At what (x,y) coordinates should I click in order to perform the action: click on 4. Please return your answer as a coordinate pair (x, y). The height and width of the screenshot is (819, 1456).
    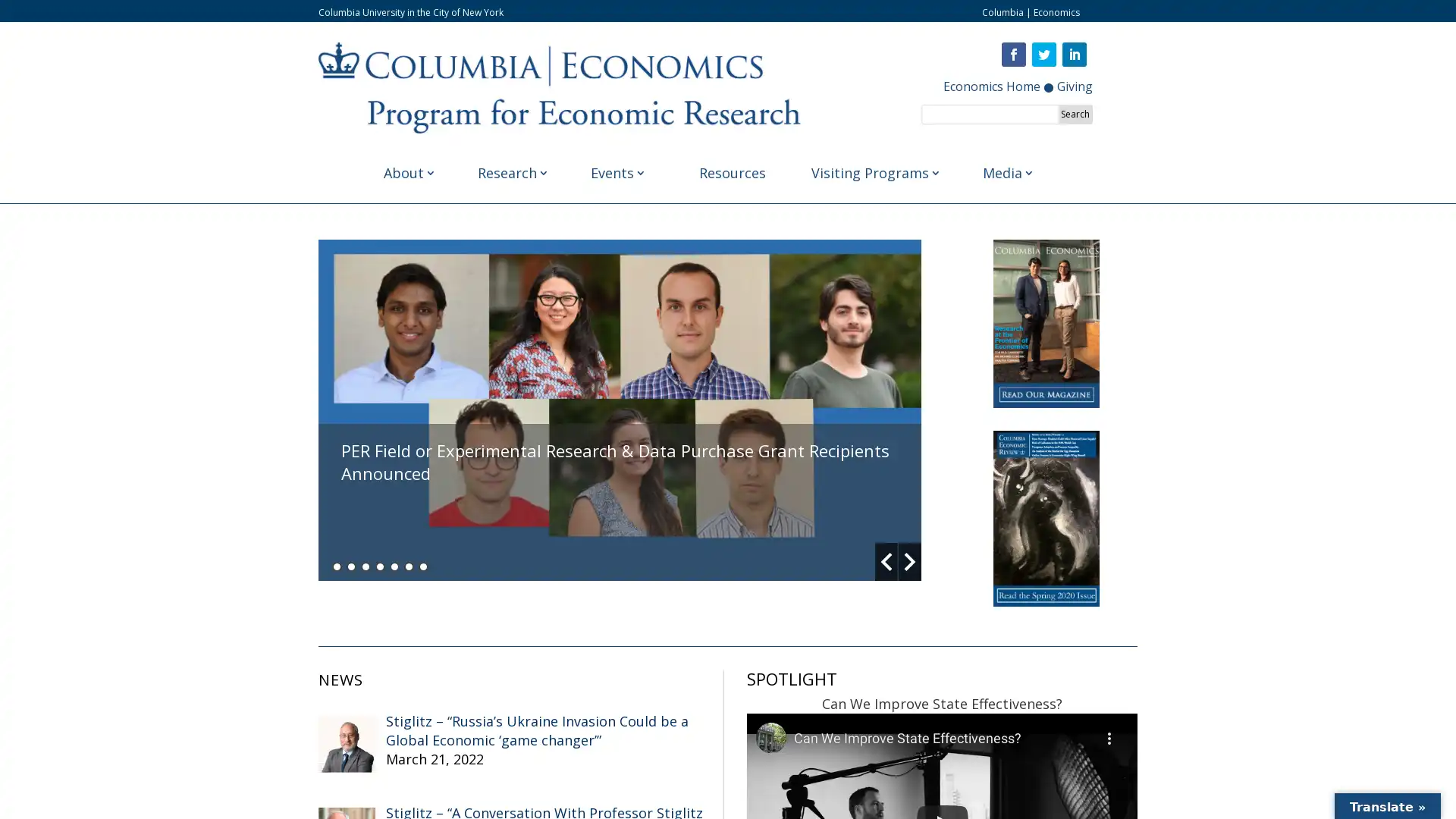
    Looking at the image, I should click on (380, 566).